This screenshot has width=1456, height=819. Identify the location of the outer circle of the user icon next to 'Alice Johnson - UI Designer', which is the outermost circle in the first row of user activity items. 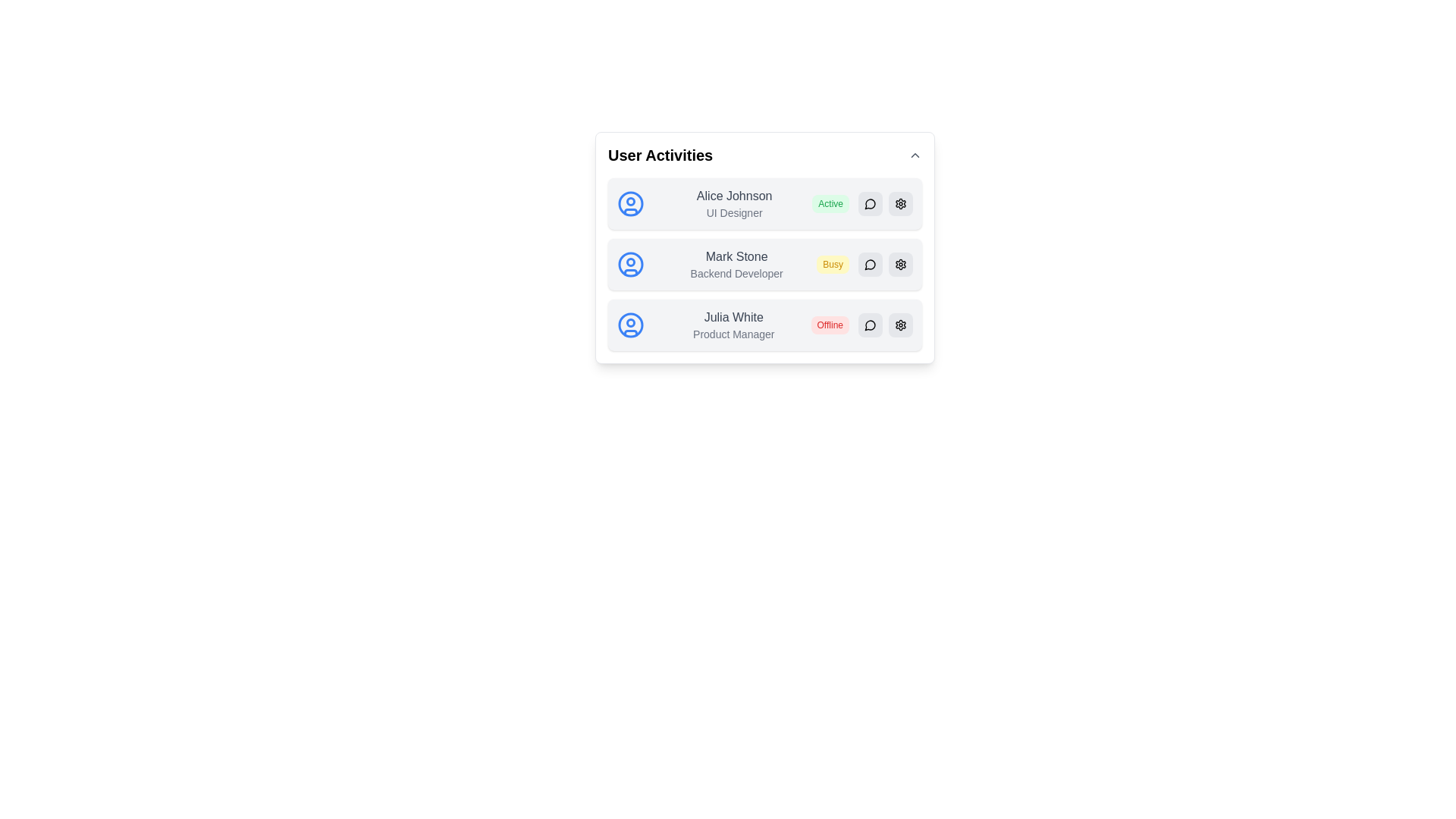
(630, 203).